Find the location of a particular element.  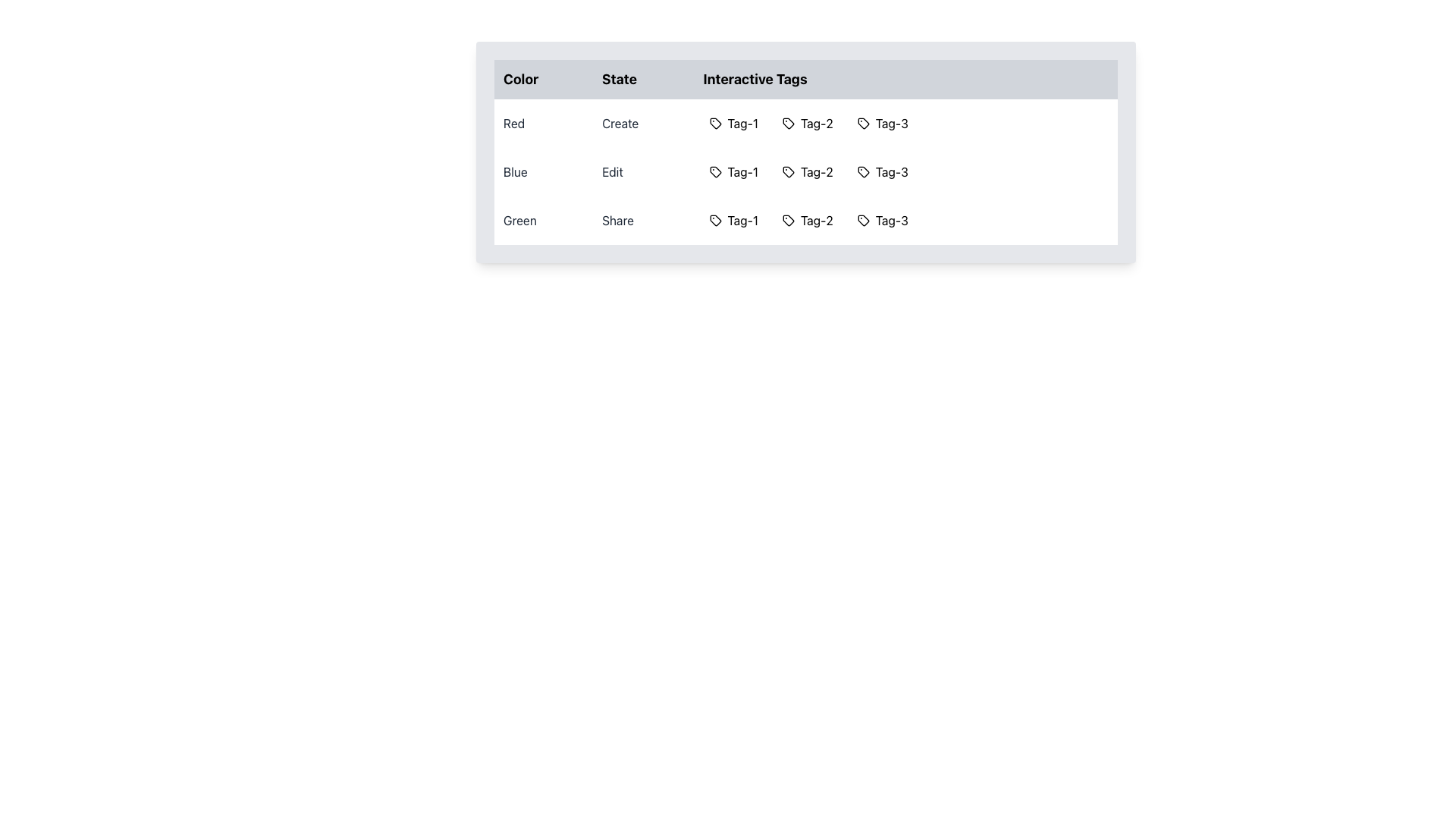

the third tag icon in the 'Edit' state of the table under the 'Interactive Tags' column is located at coordinates (863, 171).